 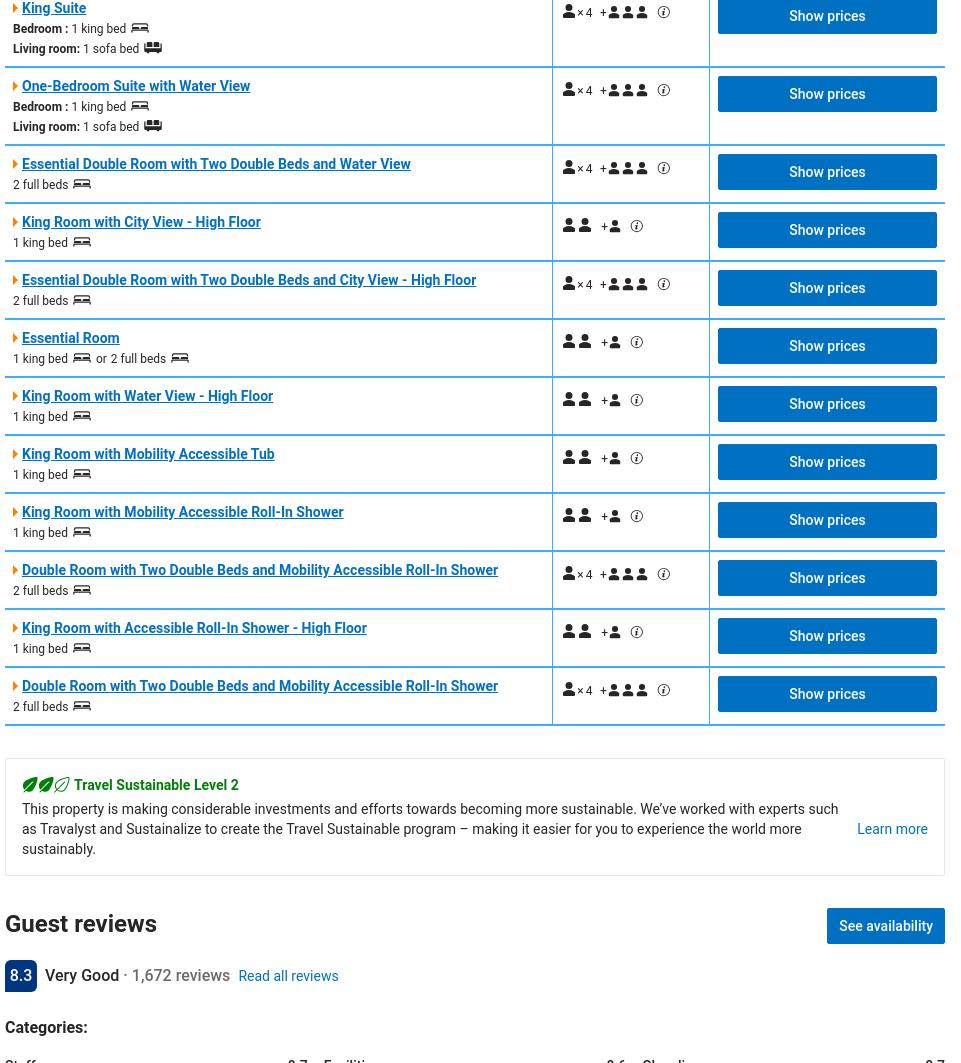 I want to click on 'Travel Sustainable Level 2', so click(x=73, y=782).